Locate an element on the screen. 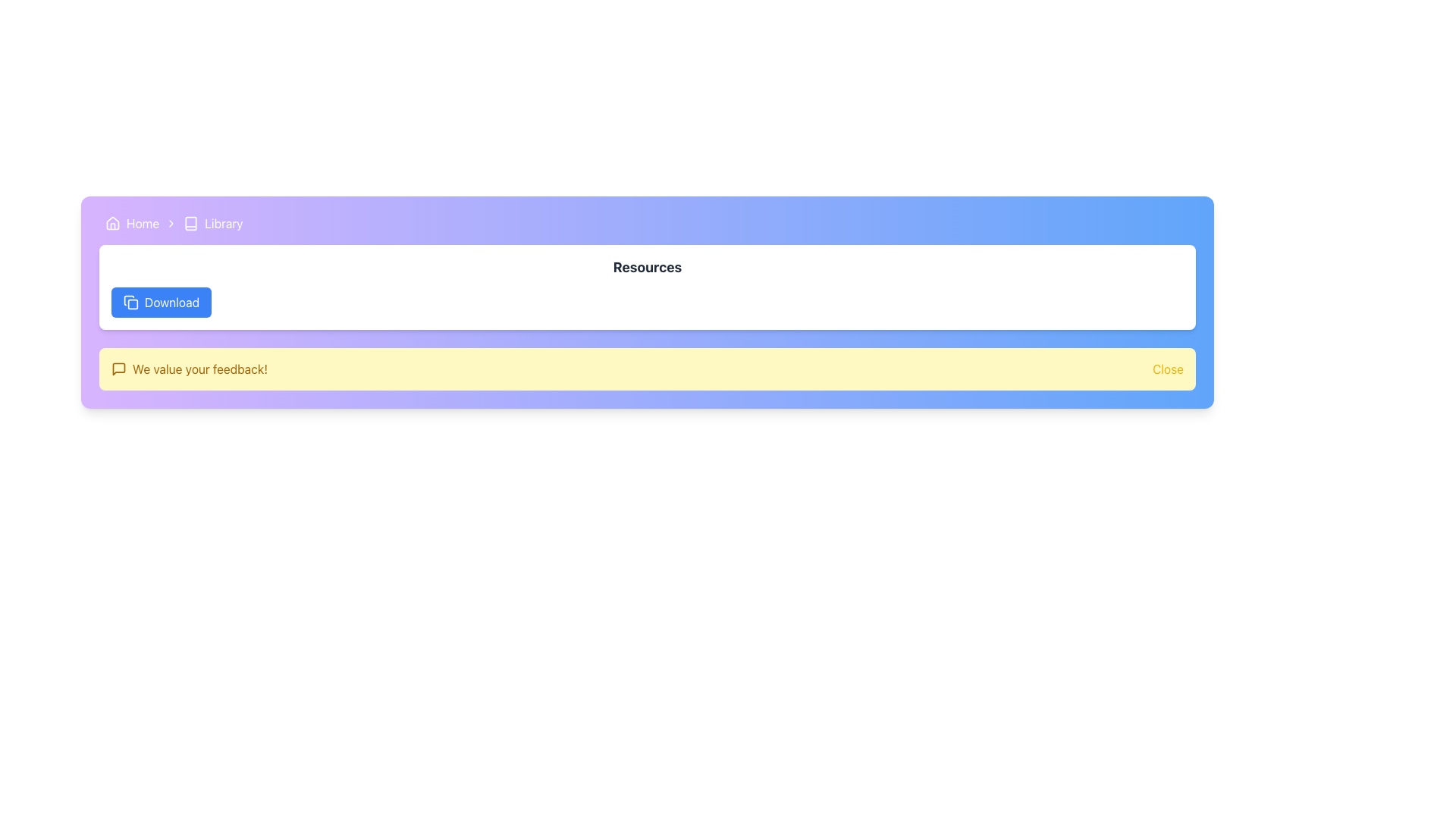  the book-shaped icon with a hollow design located in the breadcrumb navigation section, positioned between the 'Home' and 'Library' links is located at coordinates (190, 223).